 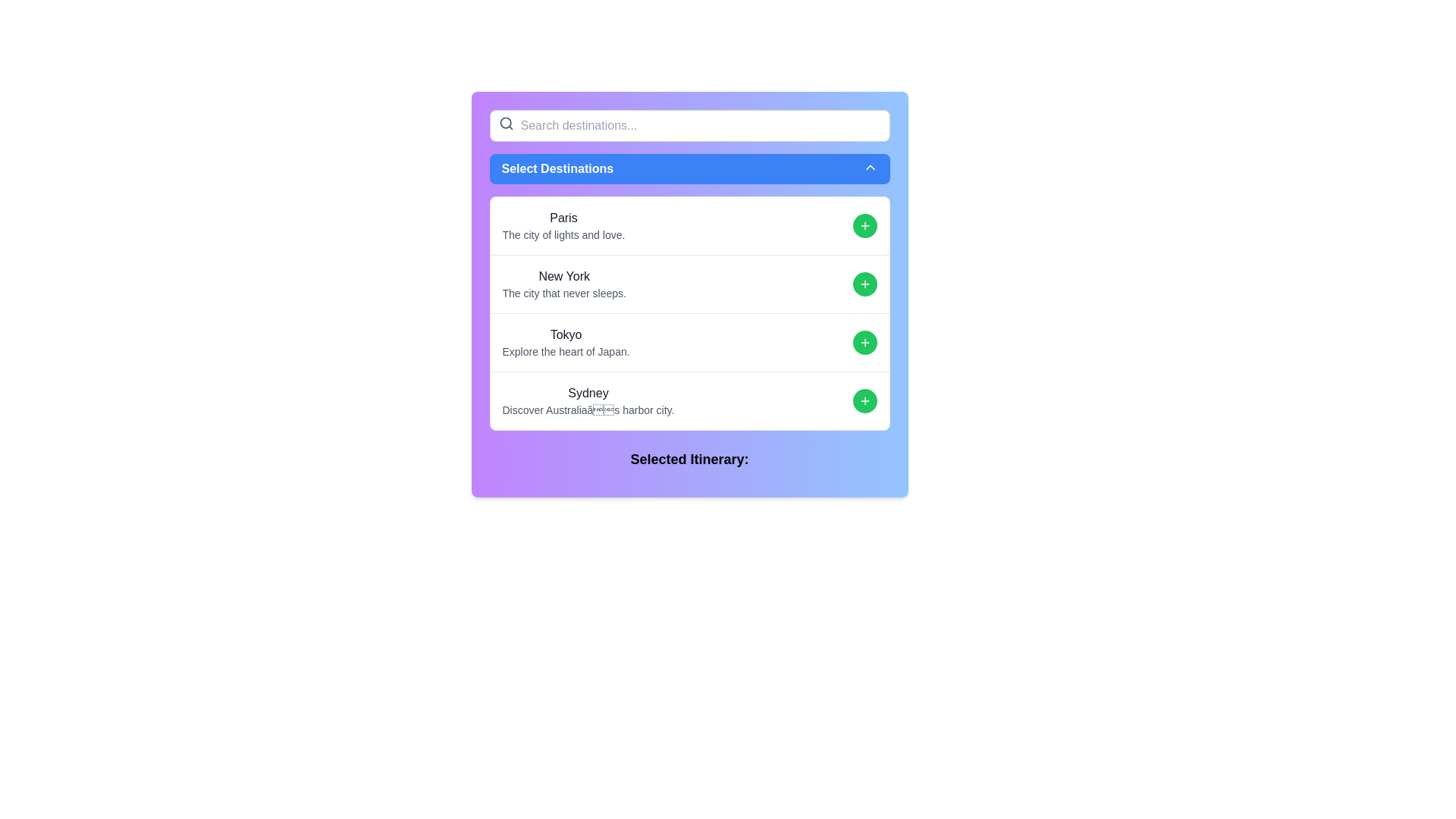 What do you see at coordinates (506, 122) in the screenshot?
I see `the search icon, which is a gray circular shape resembling a magnifying glass, located at the top-left corner of the input field before the placeholder text 'Search destinations...'` at bounding box center [506, 122].